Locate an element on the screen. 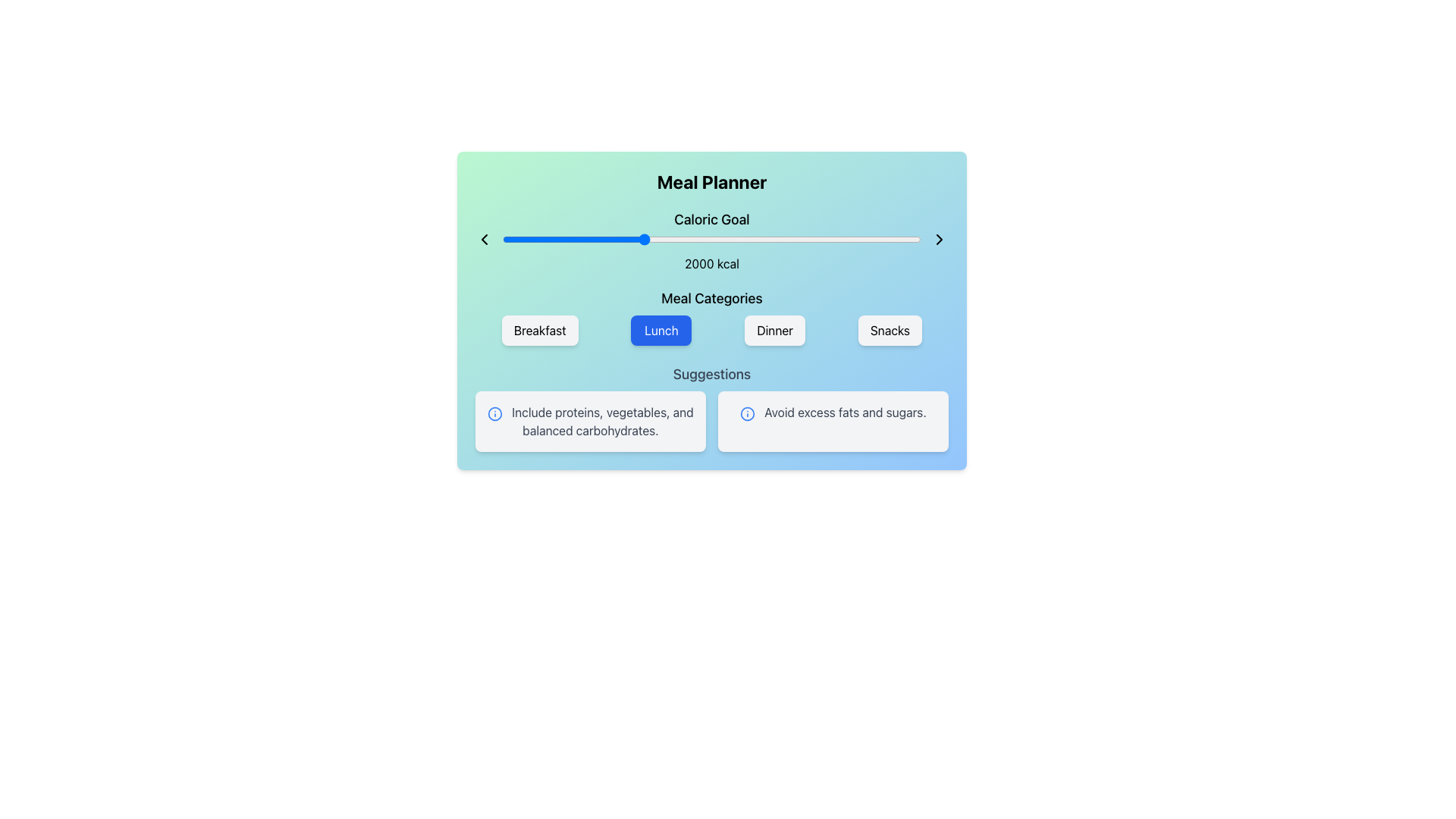  text content of the 'Suggestions' text block located at the bottom center of the 'Meal Planner' card, which includes dietary recommendations and advice against excessive fats and sugars is located at coordinates (711, 406).